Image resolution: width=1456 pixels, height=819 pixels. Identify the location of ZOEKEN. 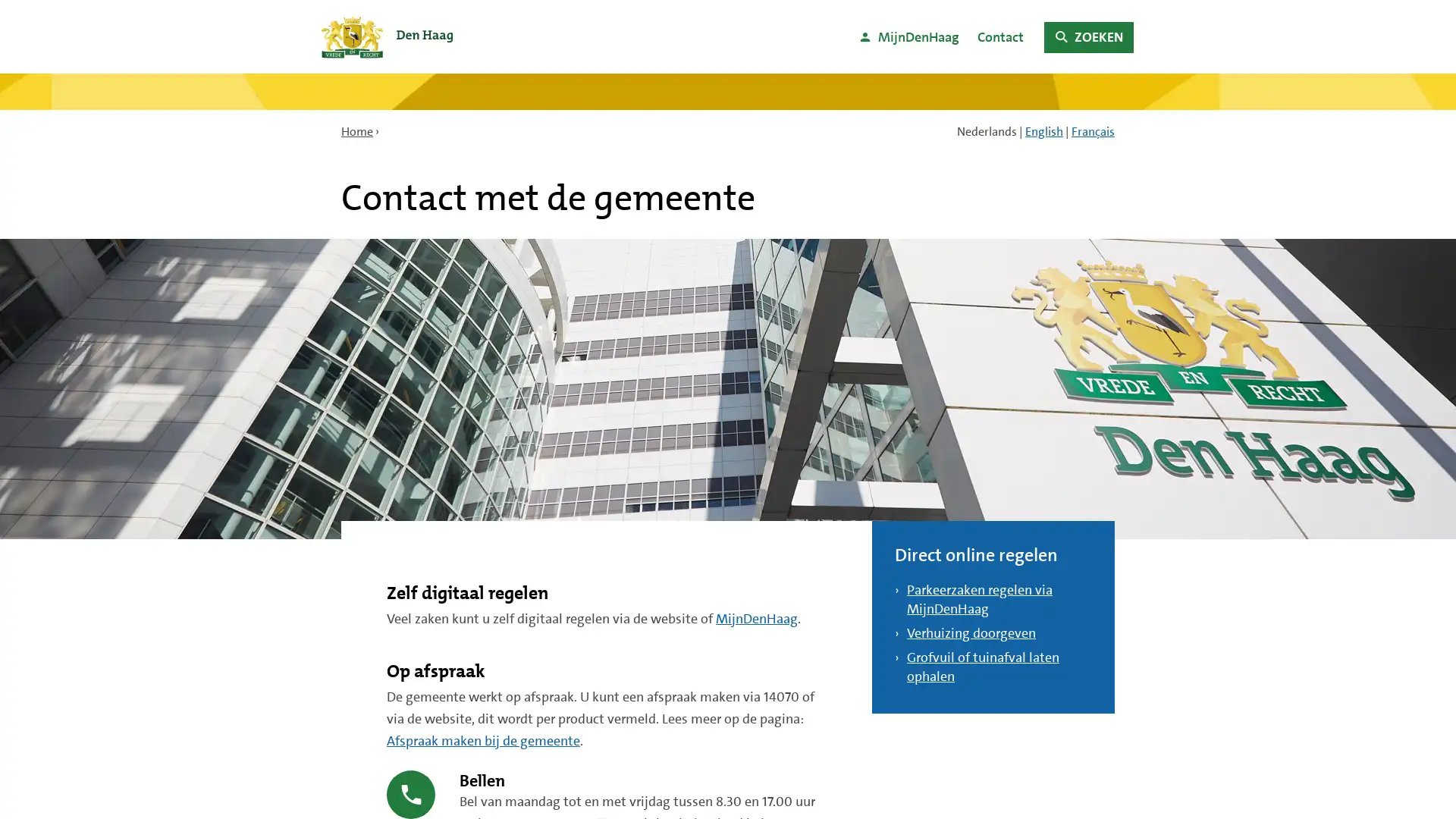
(1087, 36).